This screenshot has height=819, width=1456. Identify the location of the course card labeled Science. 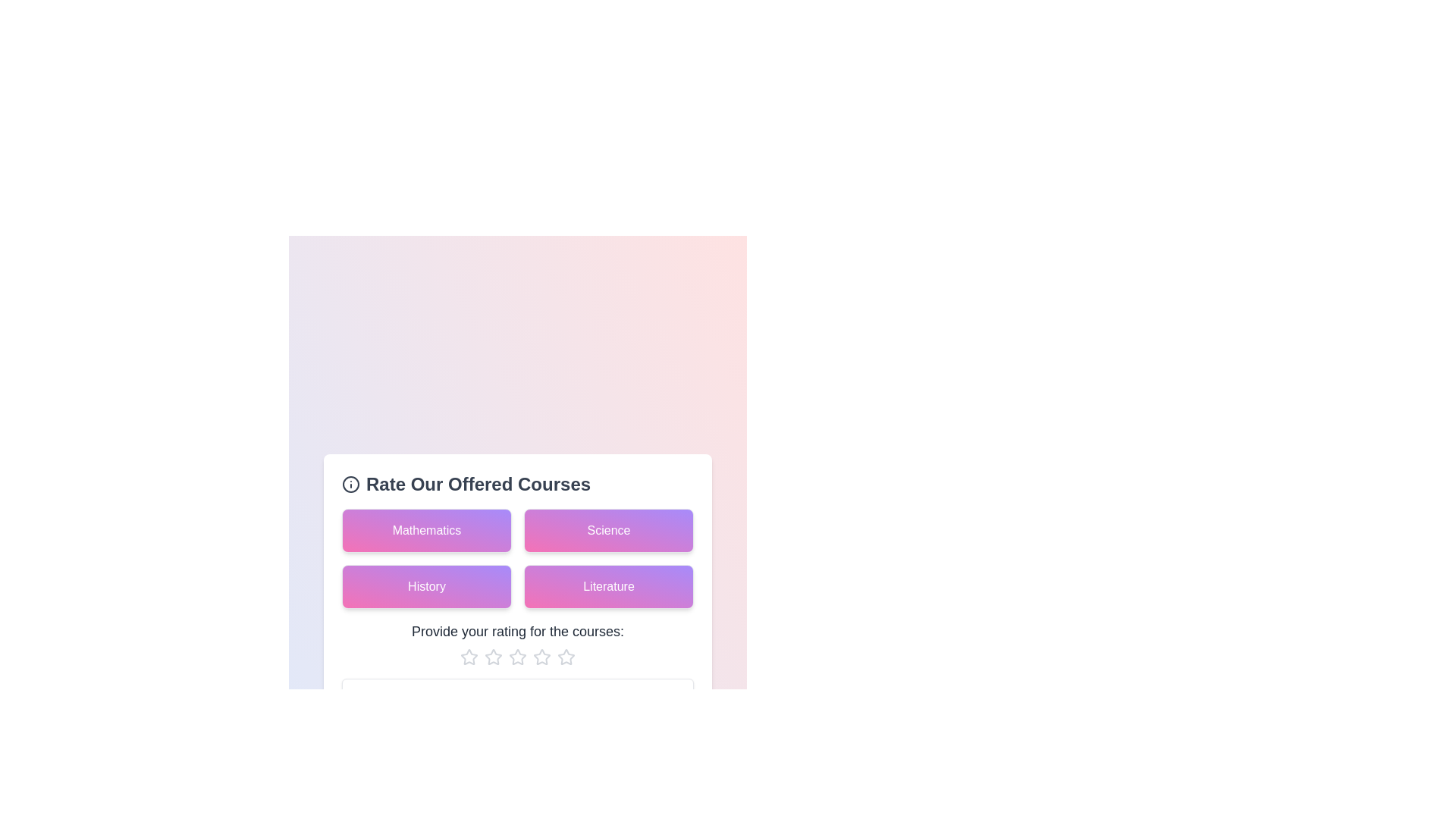
(608, 529).